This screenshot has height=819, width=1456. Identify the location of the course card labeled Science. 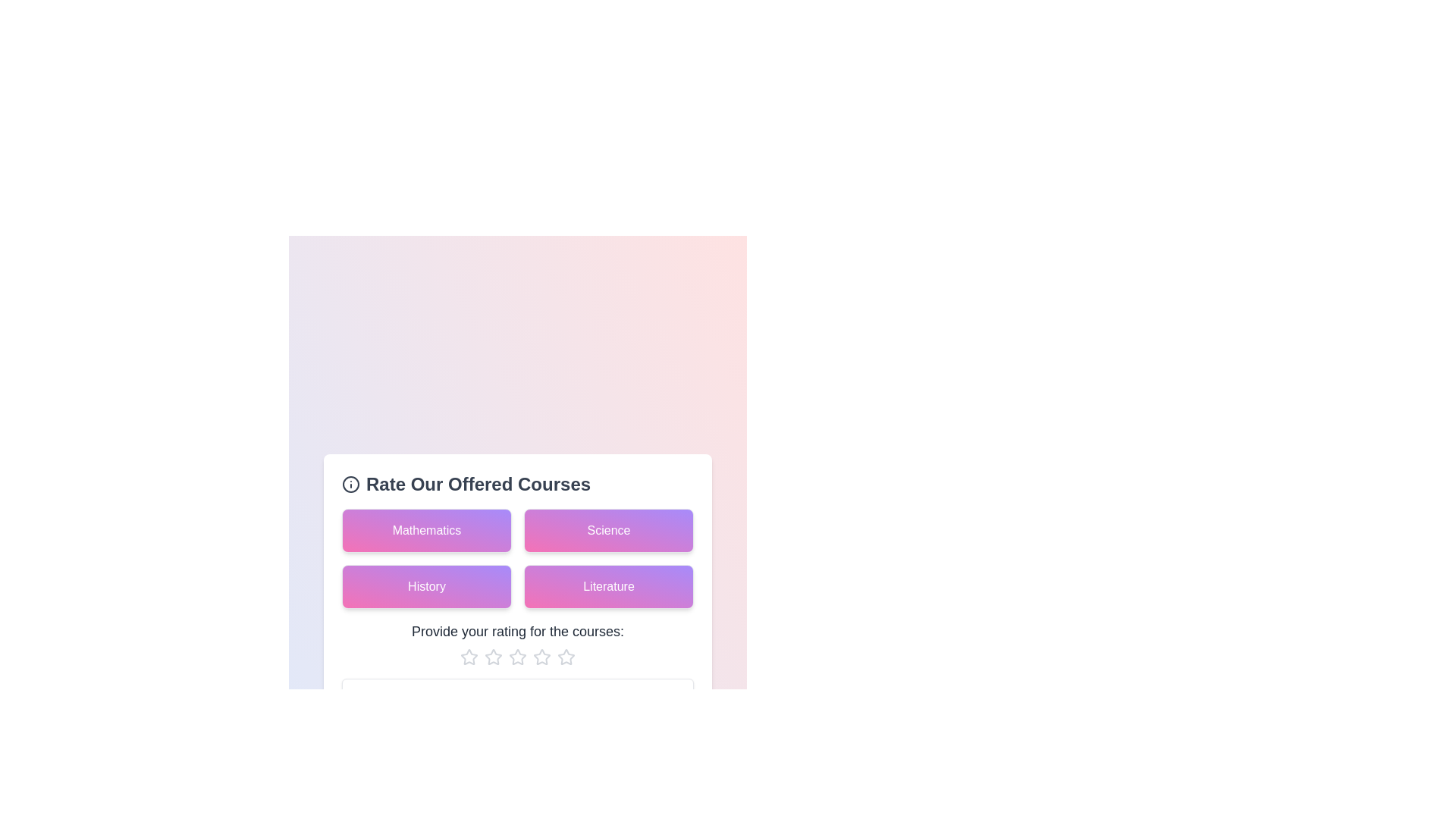
(608, 529).